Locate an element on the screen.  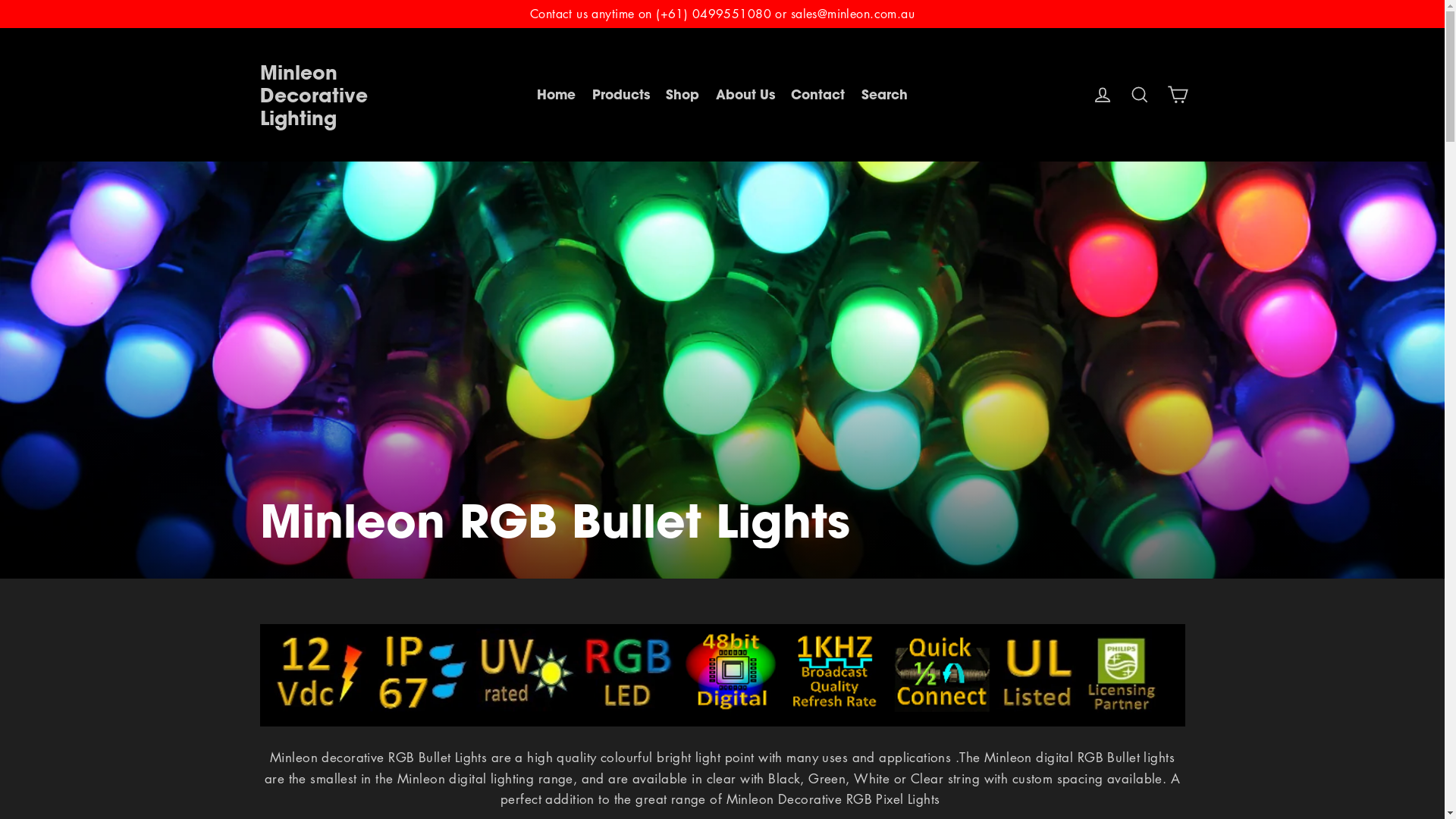
'Contact' is located at coordinates (785, 94).